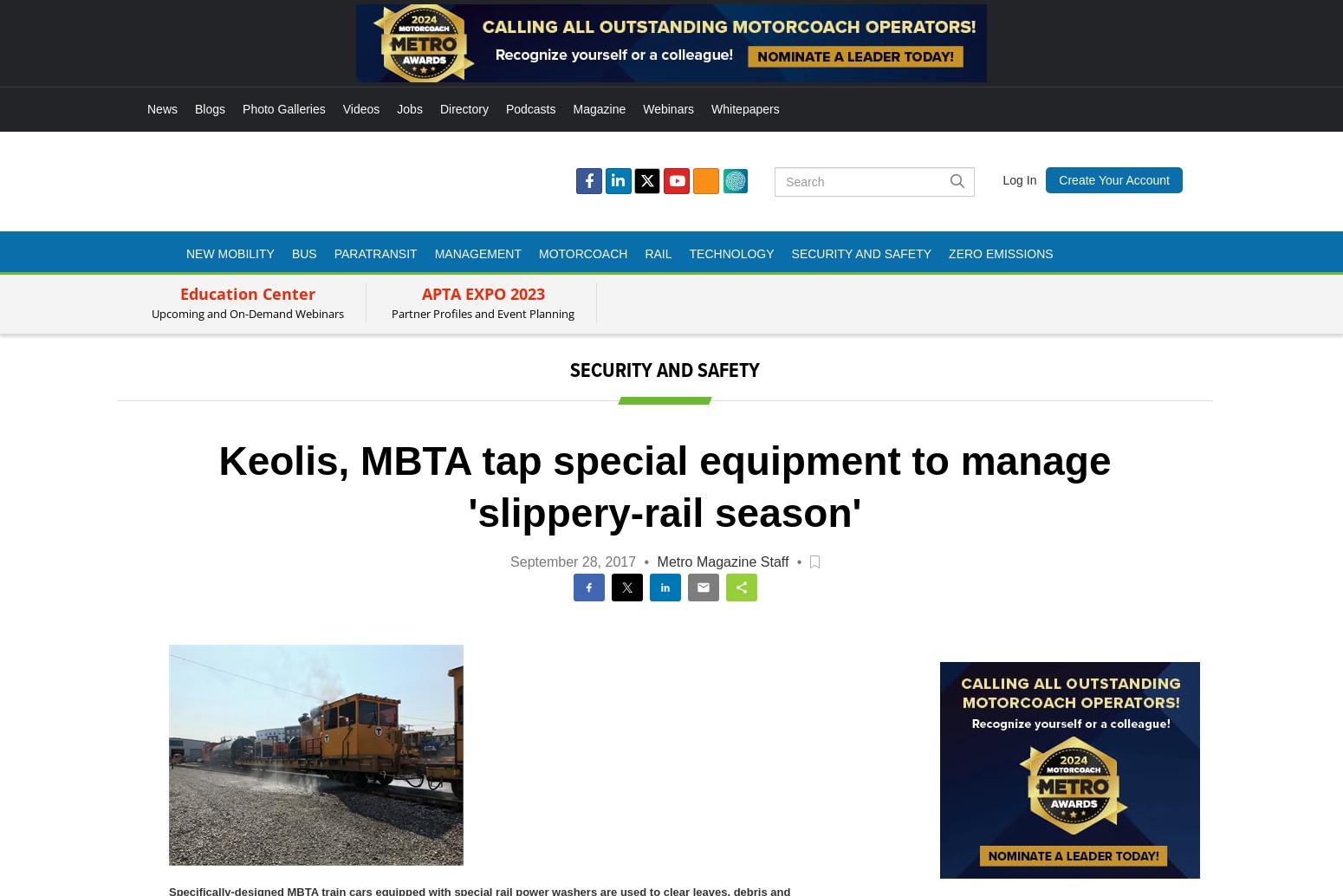 The width and height of the screenshot is (1343, 896). Describe the element at coordinates (581, 252) in the screenshot. I see `'Motorcoach'` at that location.